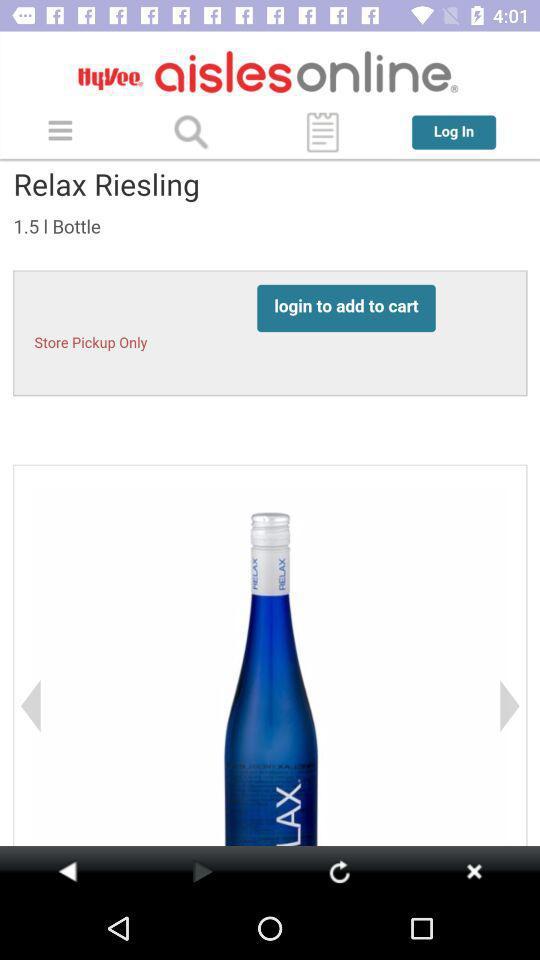 This screenshot has width=540, height=960. What do you see at coordinates (67, 870) in the screenshot?
I see `the arrow_backward icon` at bounding box center [67, 870].